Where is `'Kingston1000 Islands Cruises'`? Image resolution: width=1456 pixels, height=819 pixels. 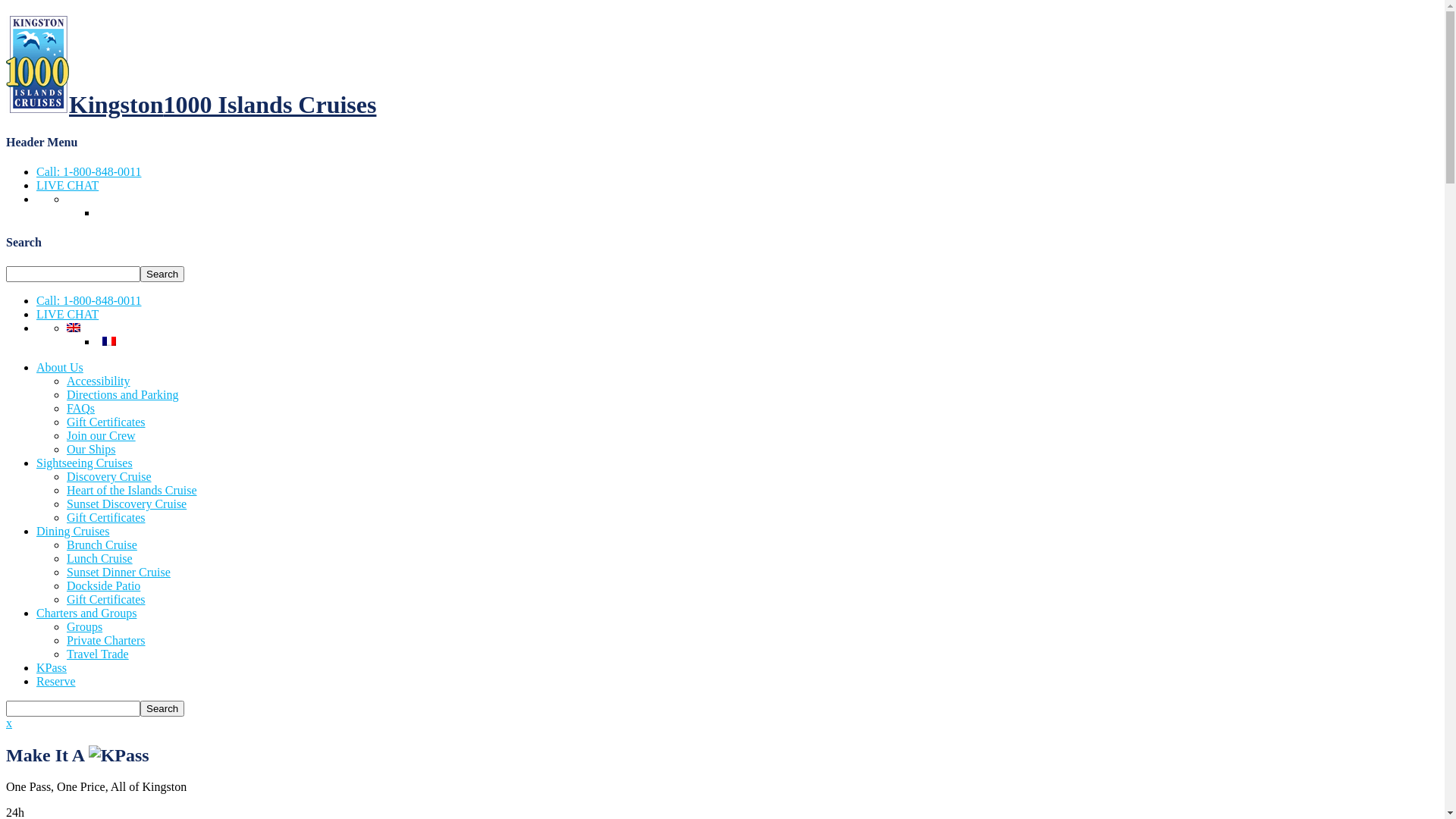 'Kingston1000 Islands Cruises' is located at coordinates (190, 104).